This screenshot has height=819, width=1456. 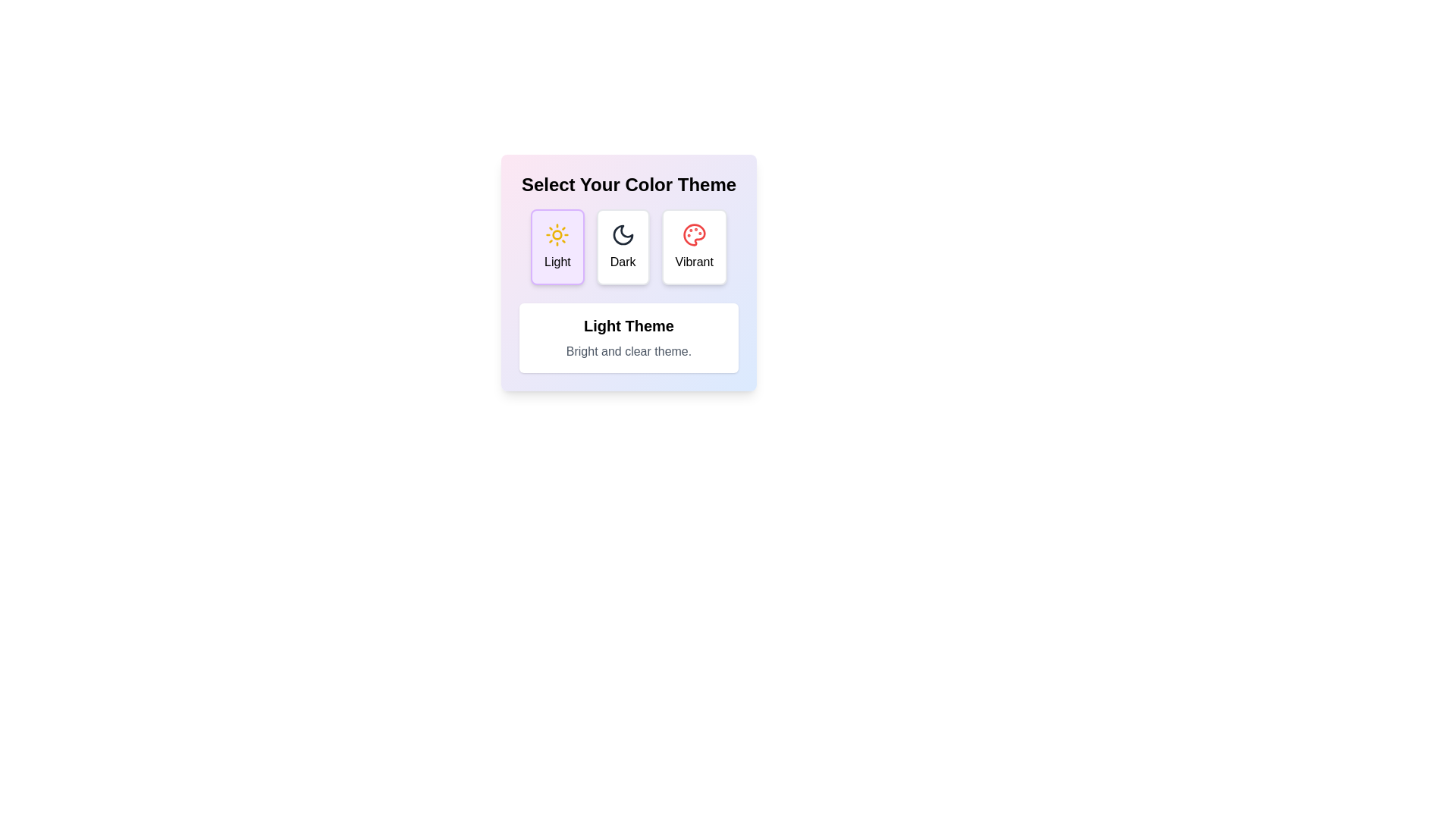 I want to click on the Informational Text Box with the title 'Light Theme' and subtitle 'Bright and clear theme.', so click(x=629, y=337).